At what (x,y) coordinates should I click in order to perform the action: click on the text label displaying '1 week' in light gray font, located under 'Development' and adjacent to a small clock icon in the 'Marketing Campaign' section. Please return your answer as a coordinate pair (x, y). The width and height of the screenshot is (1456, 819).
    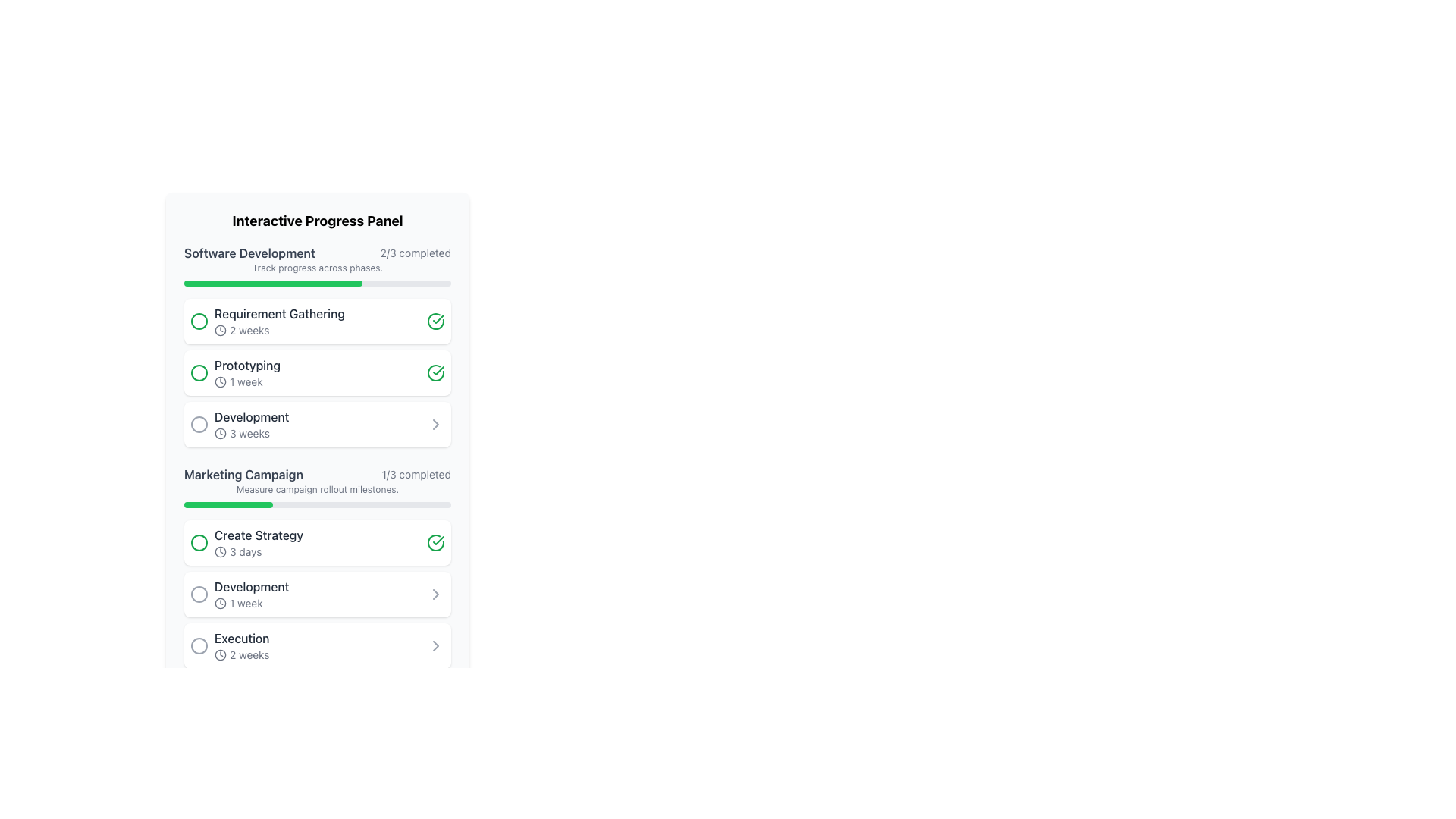
    Looking at the image, I should click on (252, 602).